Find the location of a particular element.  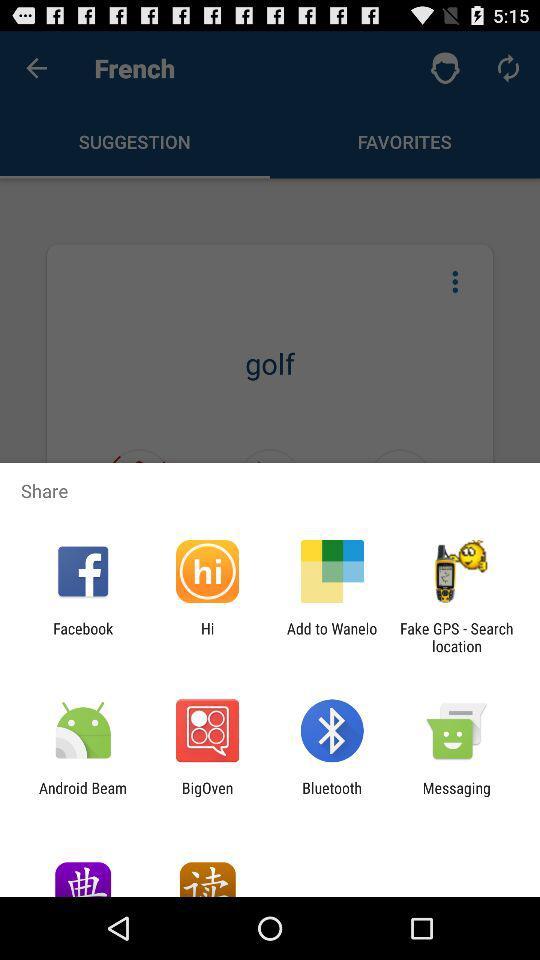

bigoven app is located at coordinates (206, 796).